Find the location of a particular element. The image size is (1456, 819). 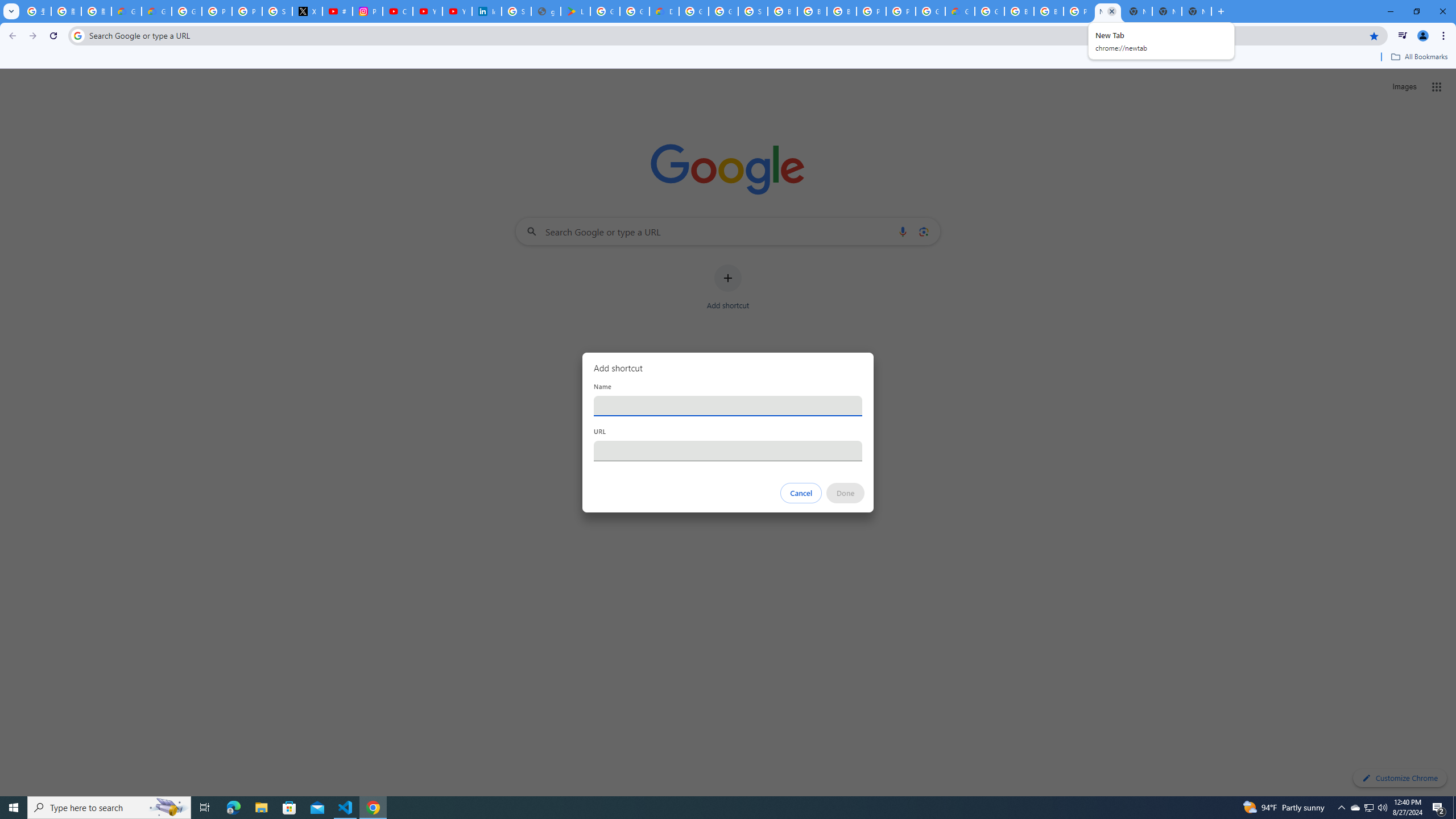

'Done' is located at coordinates (846, 493).